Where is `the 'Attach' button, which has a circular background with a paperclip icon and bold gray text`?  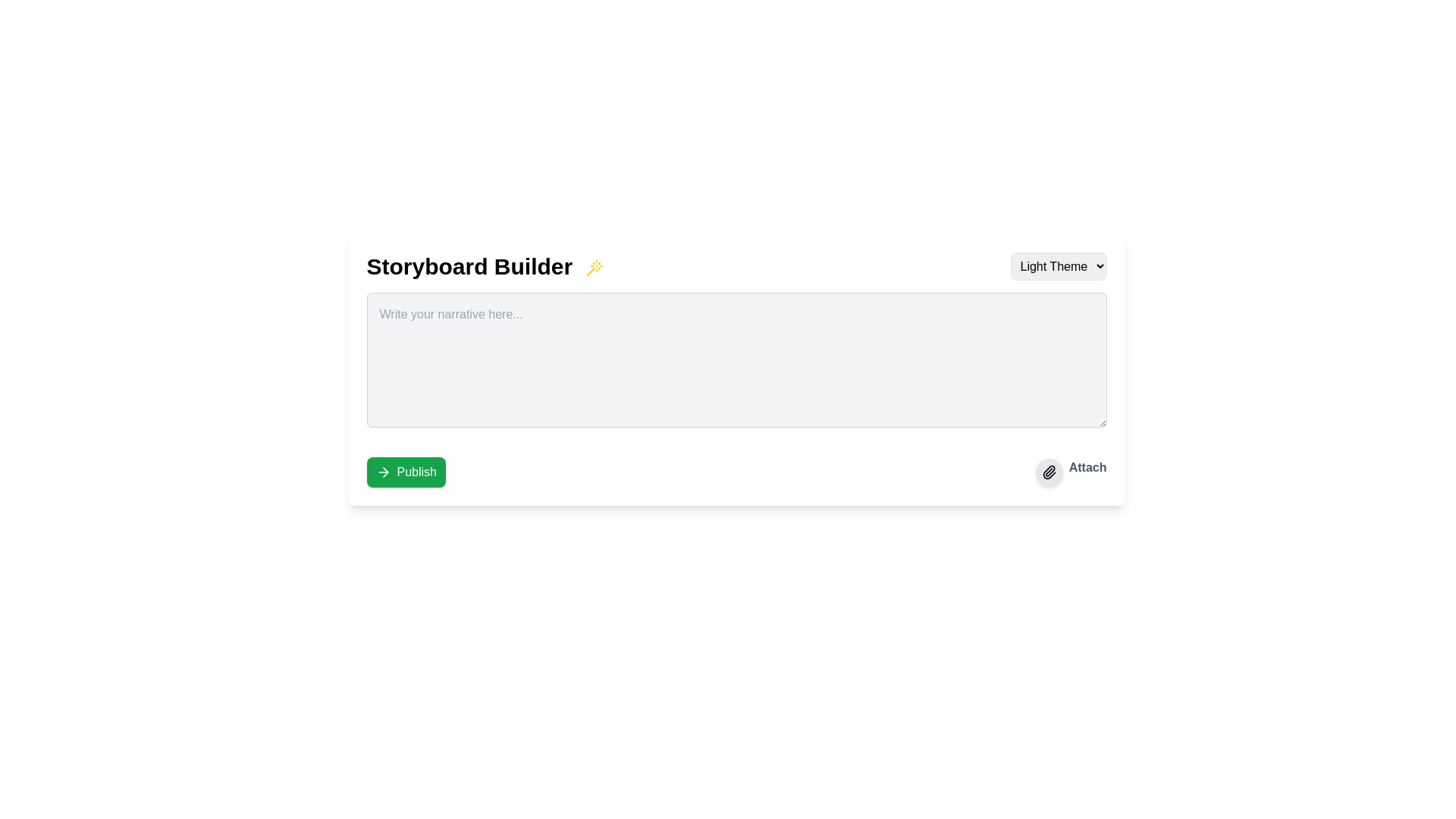
the 'Attach' button, which has a circular background with a paperclip icon and bold gray text is located at coordinates (1070, 472).